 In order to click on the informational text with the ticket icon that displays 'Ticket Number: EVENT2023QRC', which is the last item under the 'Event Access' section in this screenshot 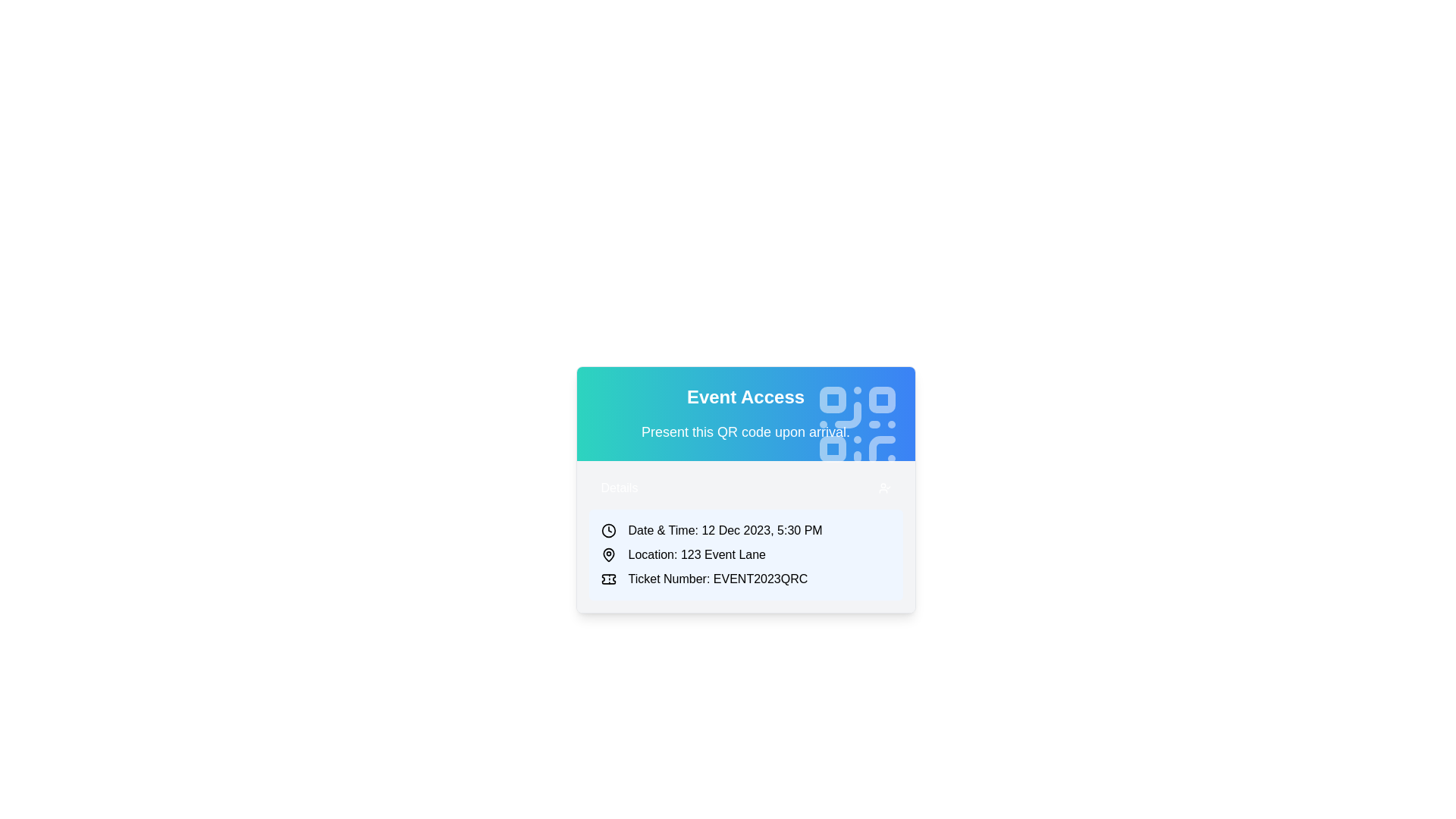, I will do `click(745, 579)`.